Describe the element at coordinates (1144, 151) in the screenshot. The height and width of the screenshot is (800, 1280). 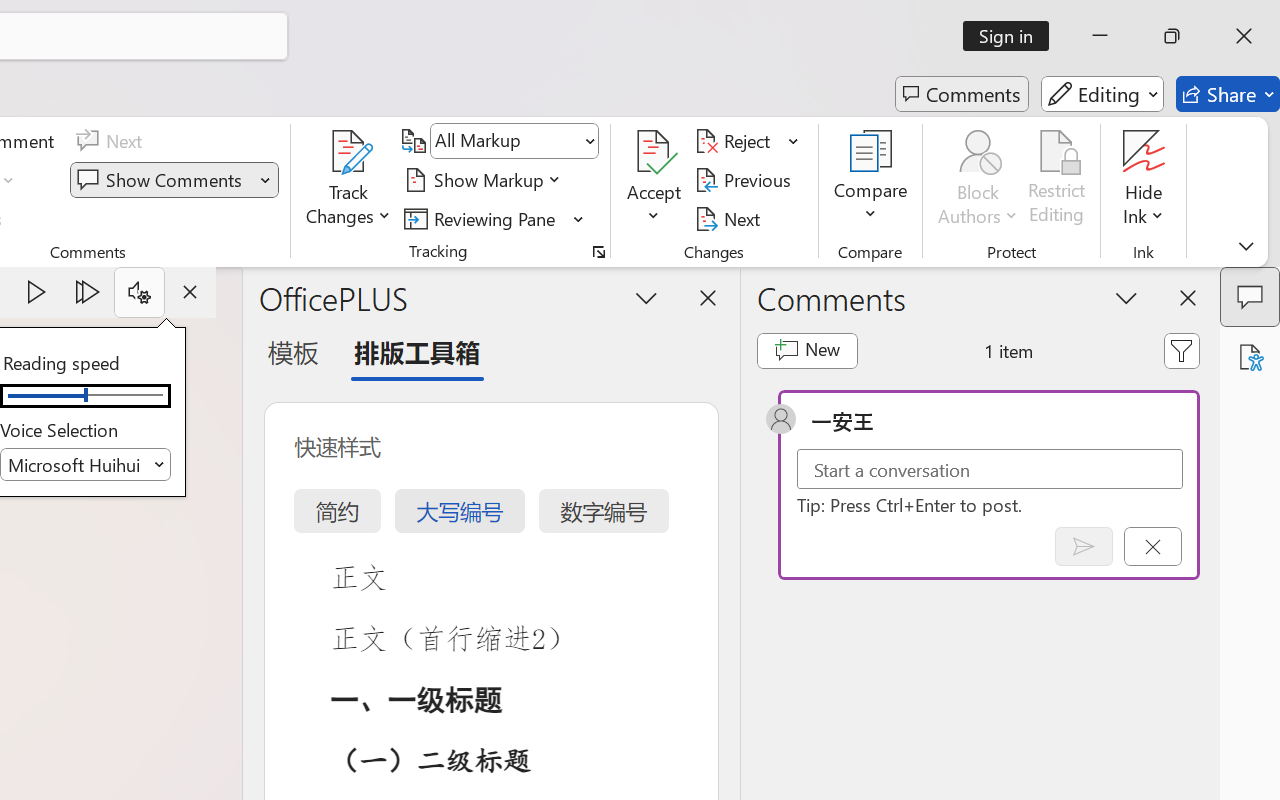
I see `'Hide Ink'` at that location.